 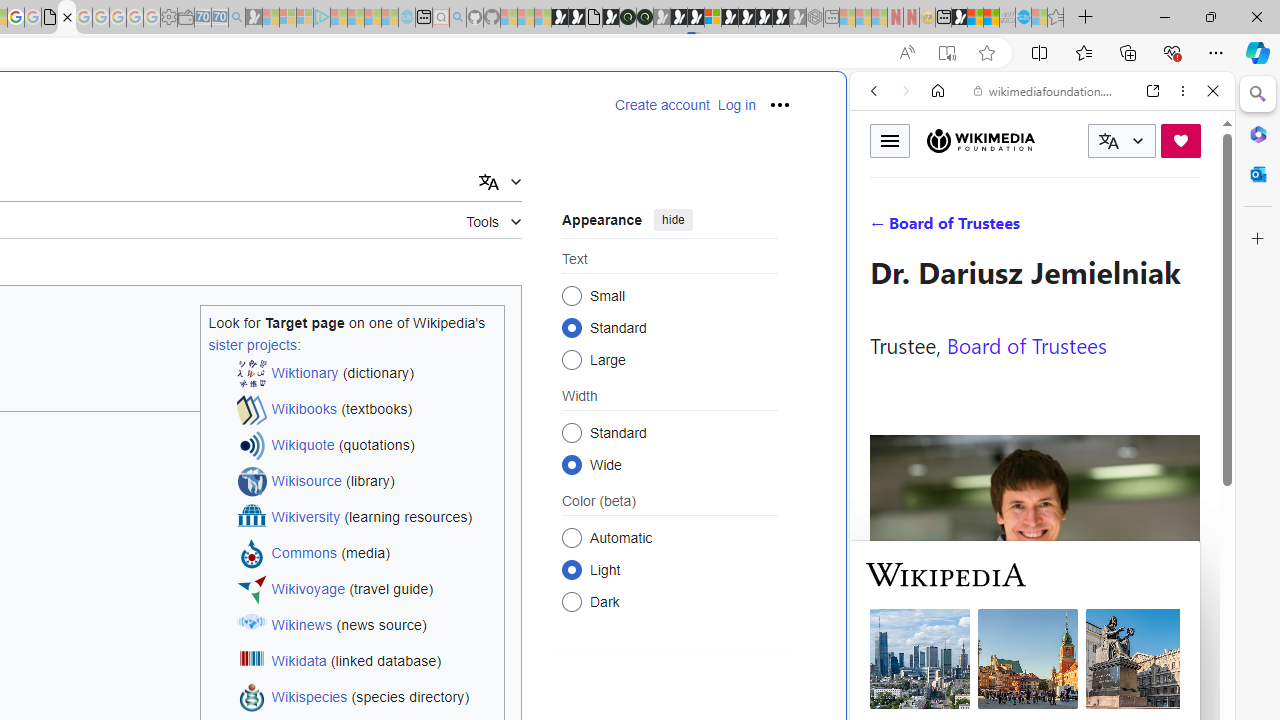 What do you see at coordinates (305, 481) in the screenshot?
I see `'Wikisource'` at bounding box center [305, 481].